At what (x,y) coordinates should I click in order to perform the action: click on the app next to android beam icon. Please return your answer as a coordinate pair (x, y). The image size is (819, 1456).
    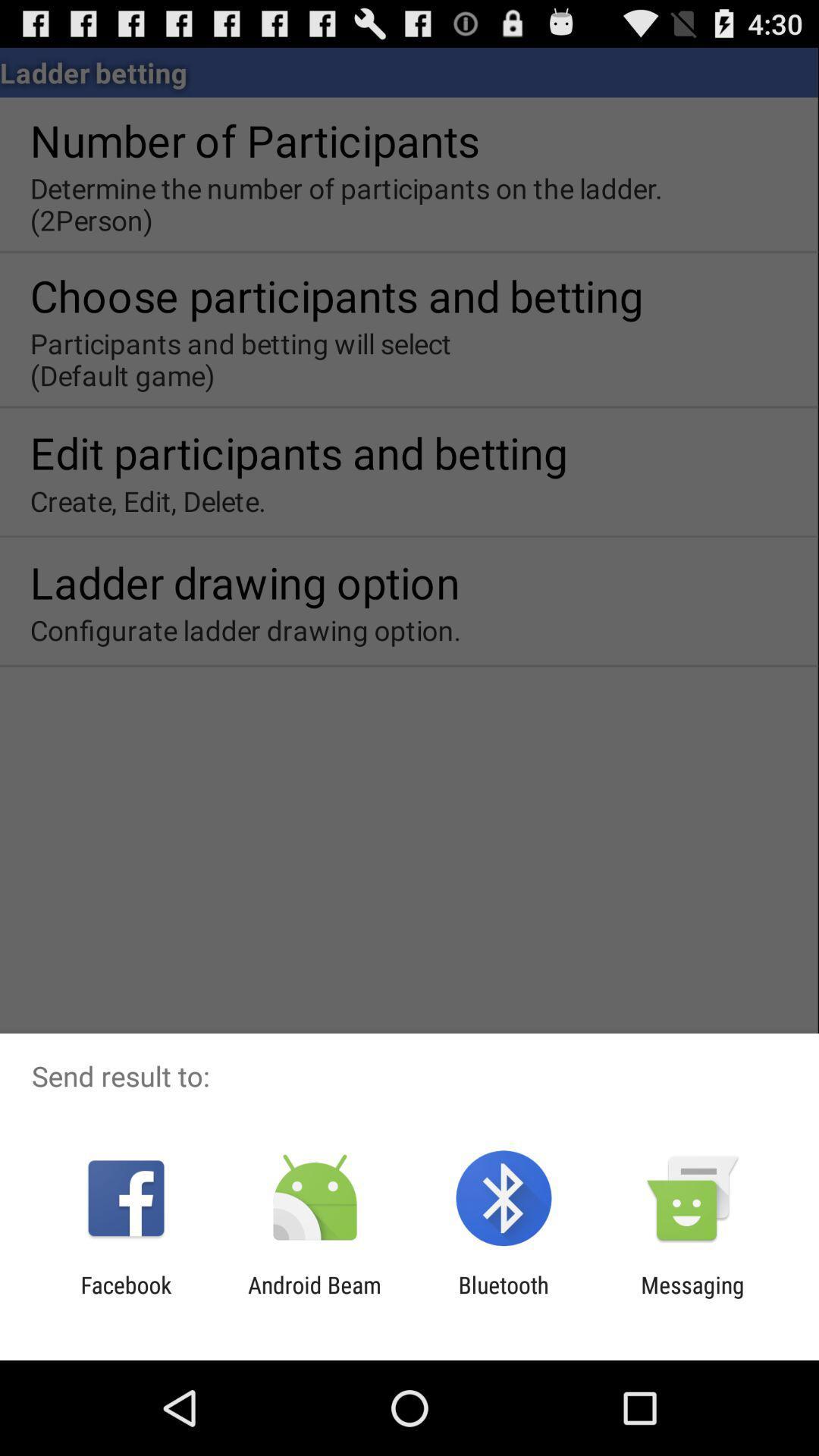
    Looking at the image, I should click on (504, 1298).